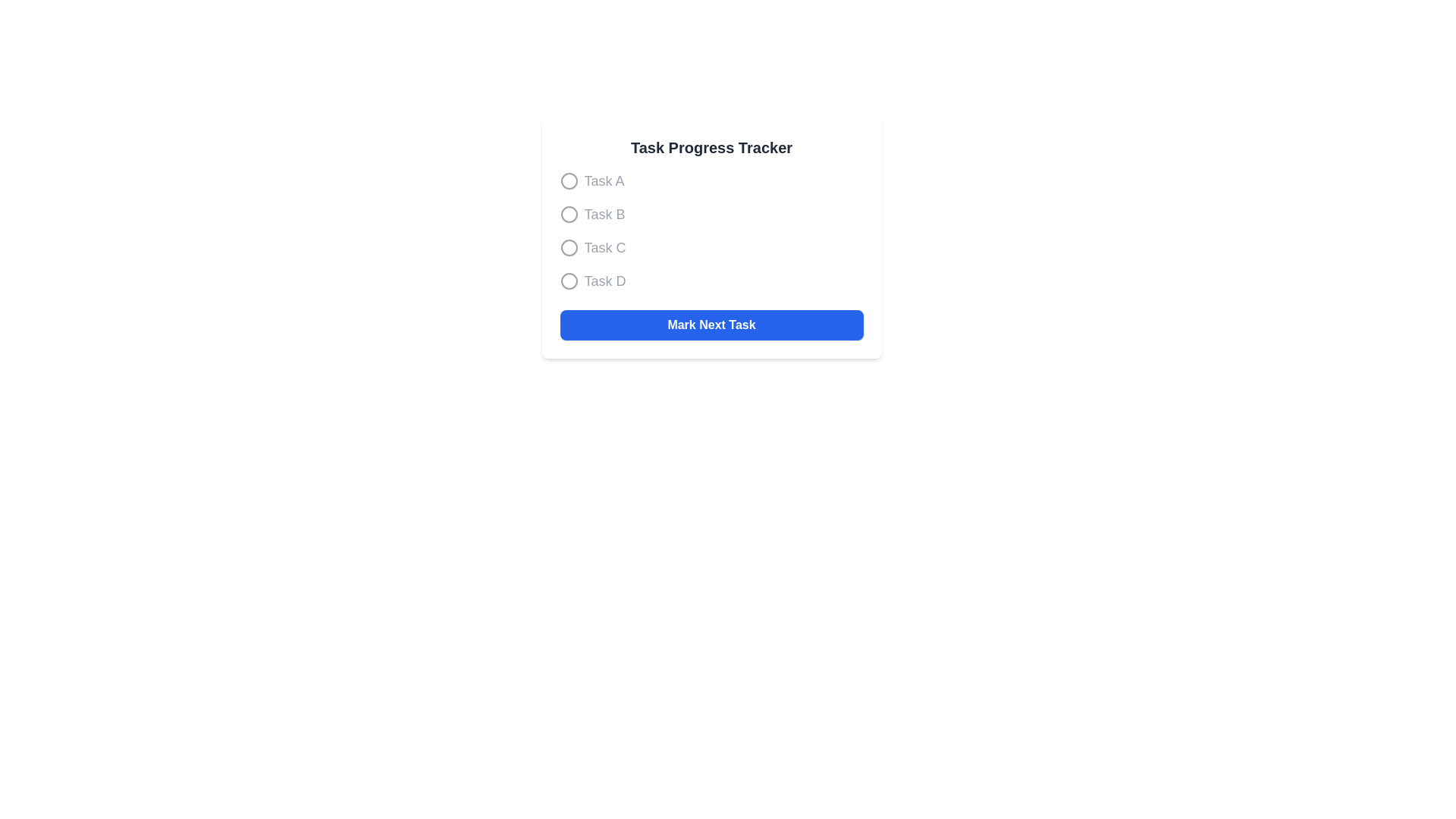 The image size is (1456, 819). Describe the element at coordinates (604, 247) in the screenshot. I see `the Text Label for 'Task C', which is the third item in the 'Task Progress Tracker' list, positioned after 'Task A' and 'Task B'` at that location.